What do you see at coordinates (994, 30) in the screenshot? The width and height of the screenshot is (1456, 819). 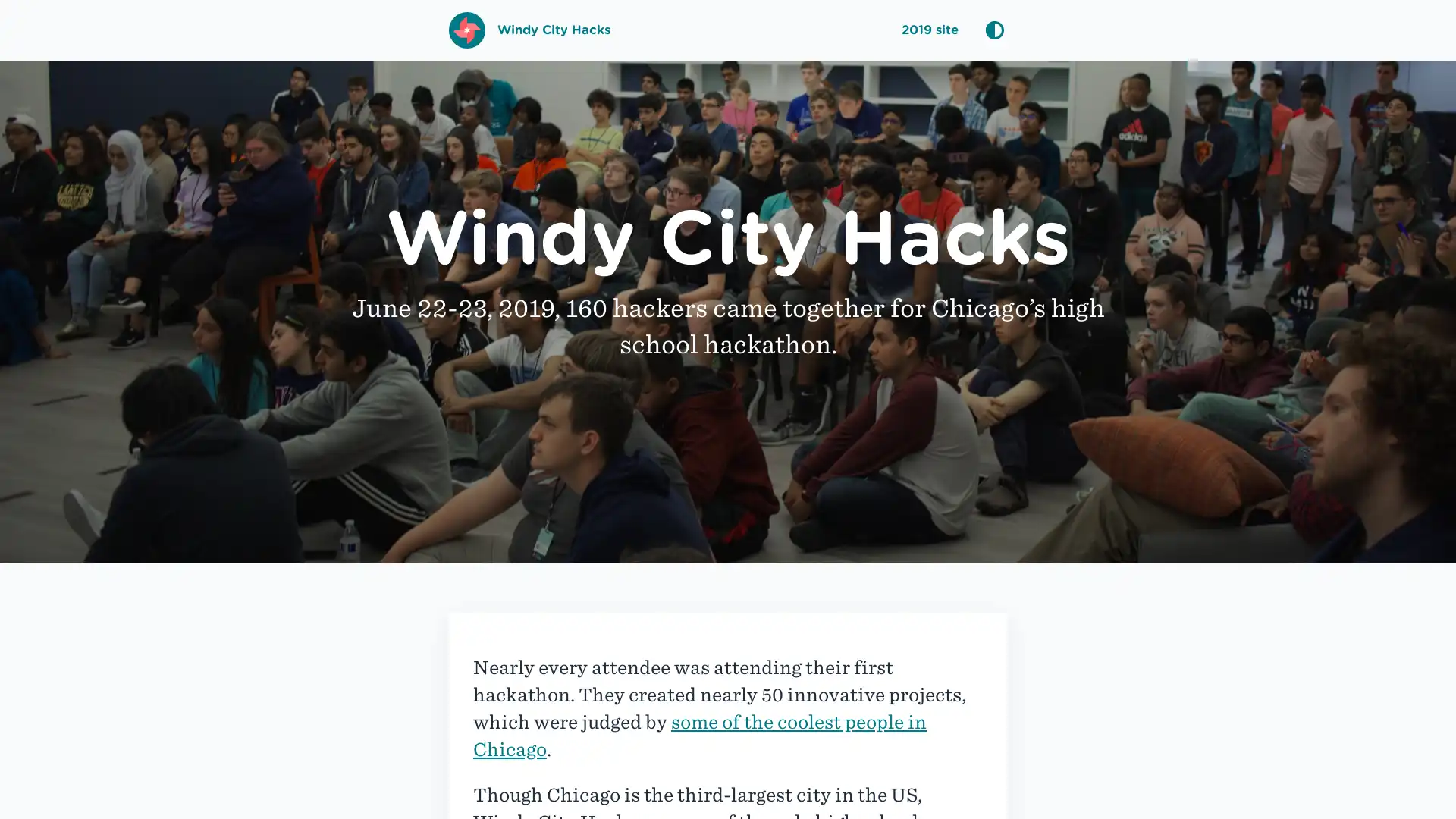 I see `Cycle Color Mode` at bounding box center [994, 30].